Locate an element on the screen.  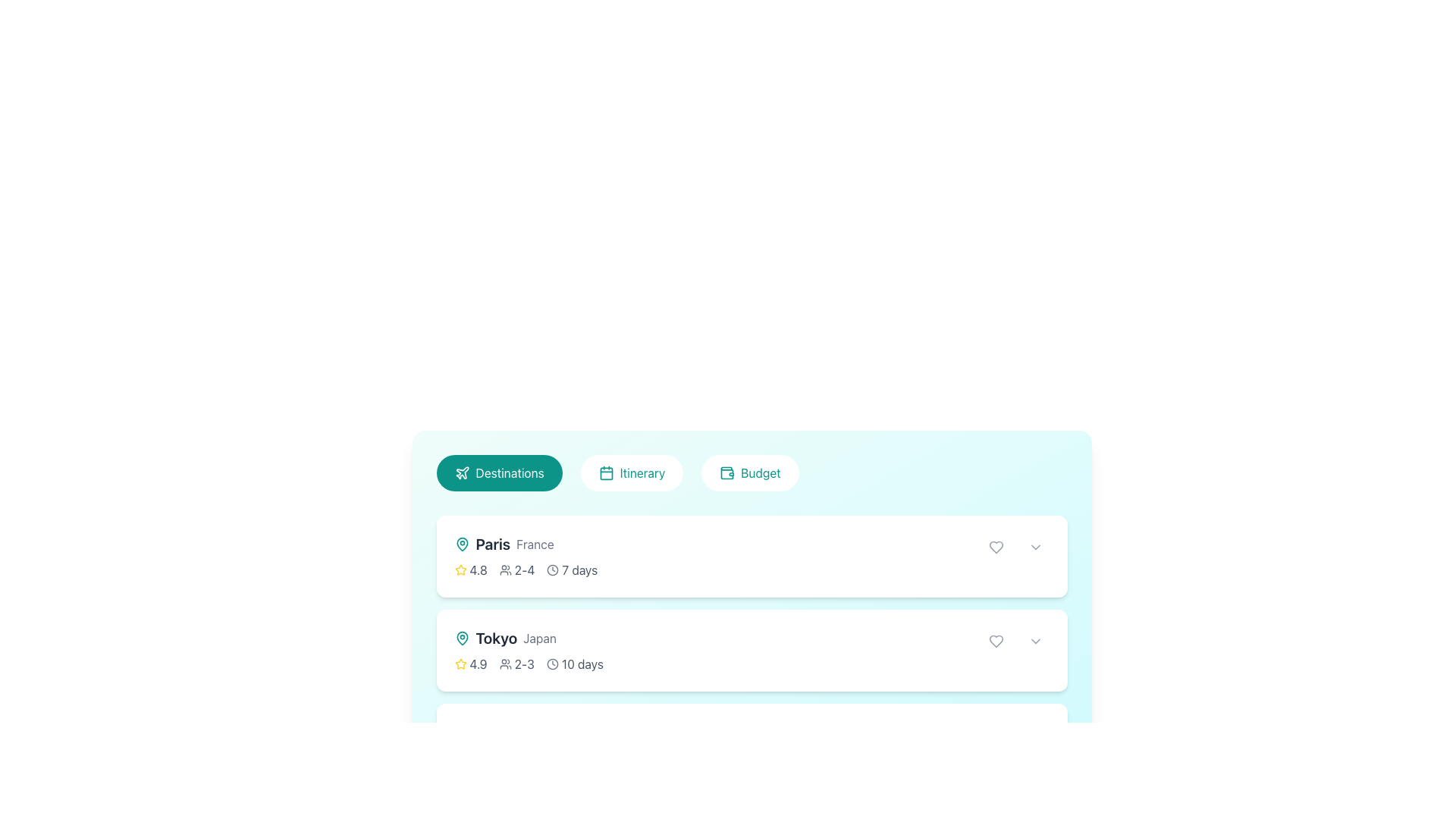
properties of the text label displaying 'Tokyo', which is the second destination item in the list, located between a map pin icon and the text label 'Japan' is located at coordinates (496, 638).